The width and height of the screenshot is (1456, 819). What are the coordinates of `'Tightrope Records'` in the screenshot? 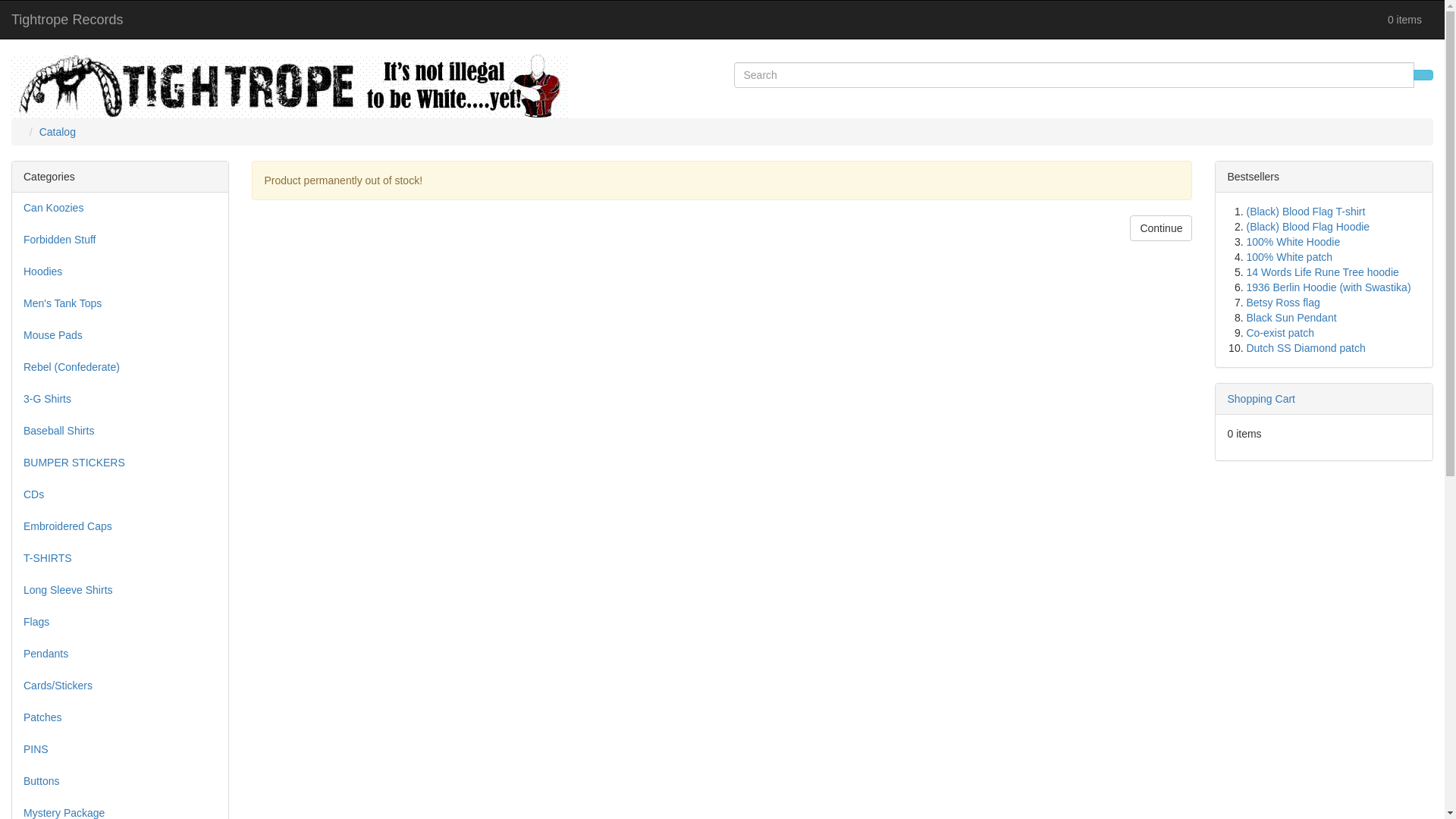 It's located at (66, 20).